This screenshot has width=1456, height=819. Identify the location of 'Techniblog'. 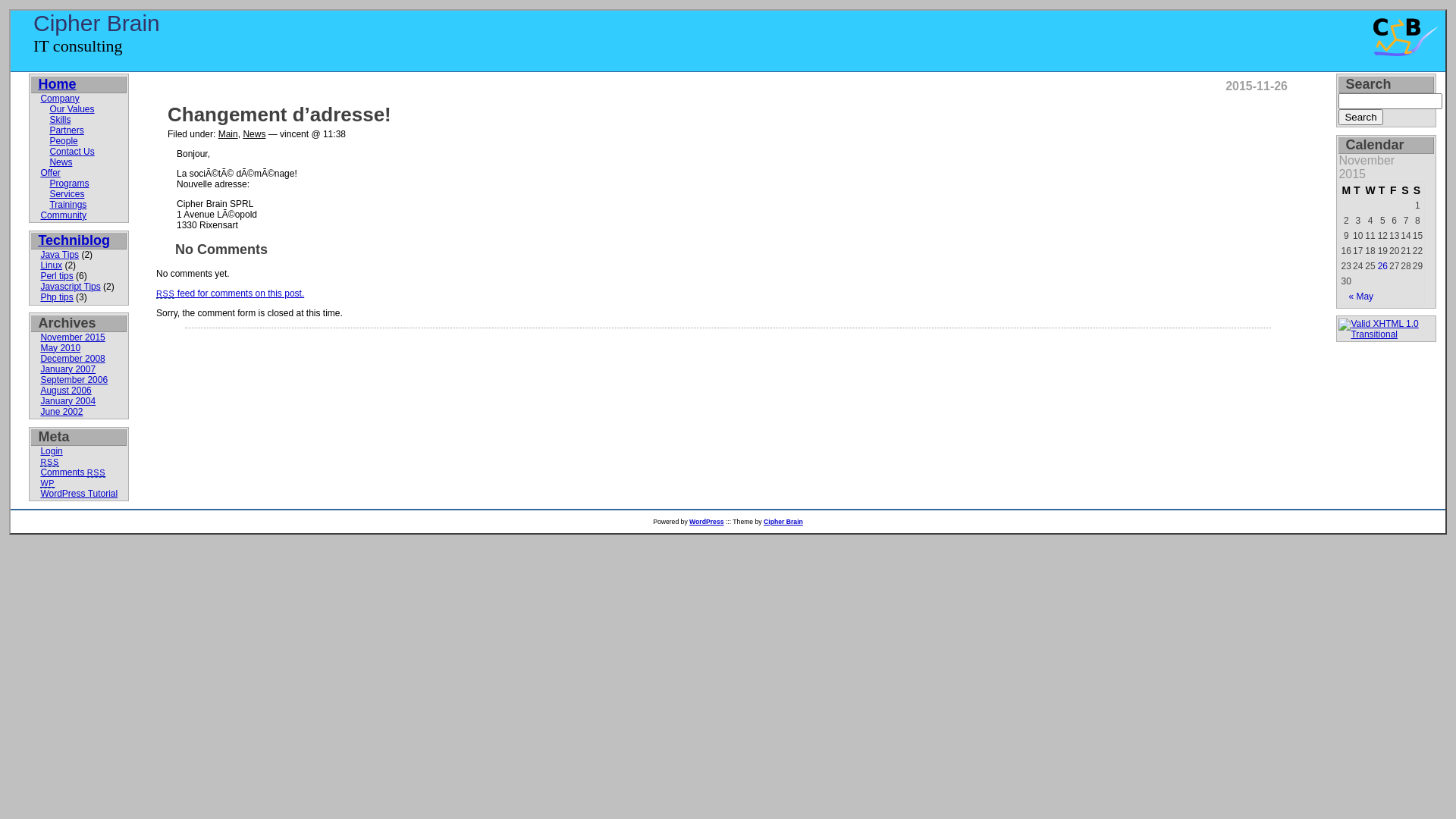
(73, 239).